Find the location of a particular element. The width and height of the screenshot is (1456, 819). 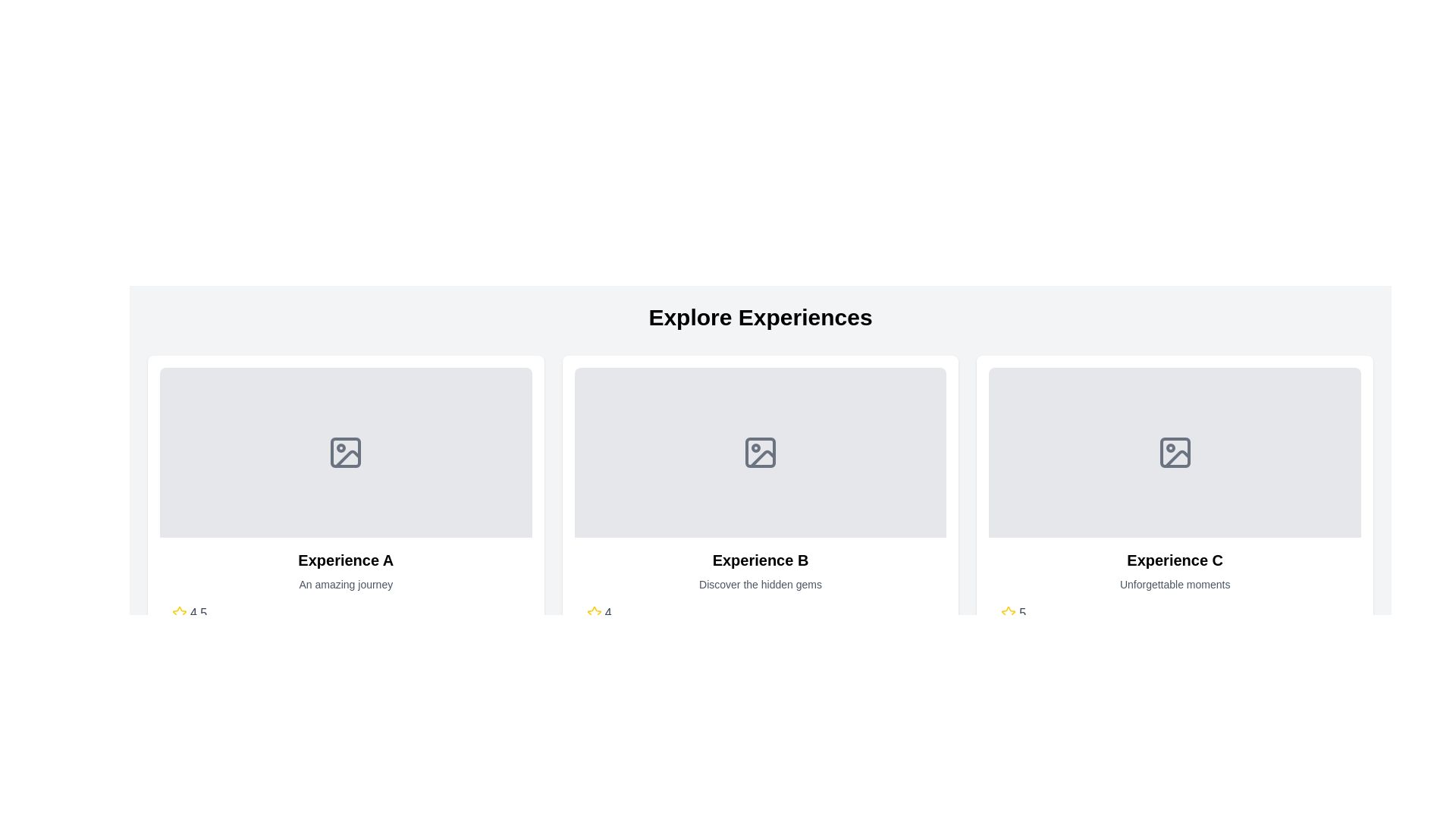

small rectangular decorative element within the image icon located at the top-middle of the 'Experience A' card in the first column of the layout by opening the developer tools is located at coordinates (345, 452).